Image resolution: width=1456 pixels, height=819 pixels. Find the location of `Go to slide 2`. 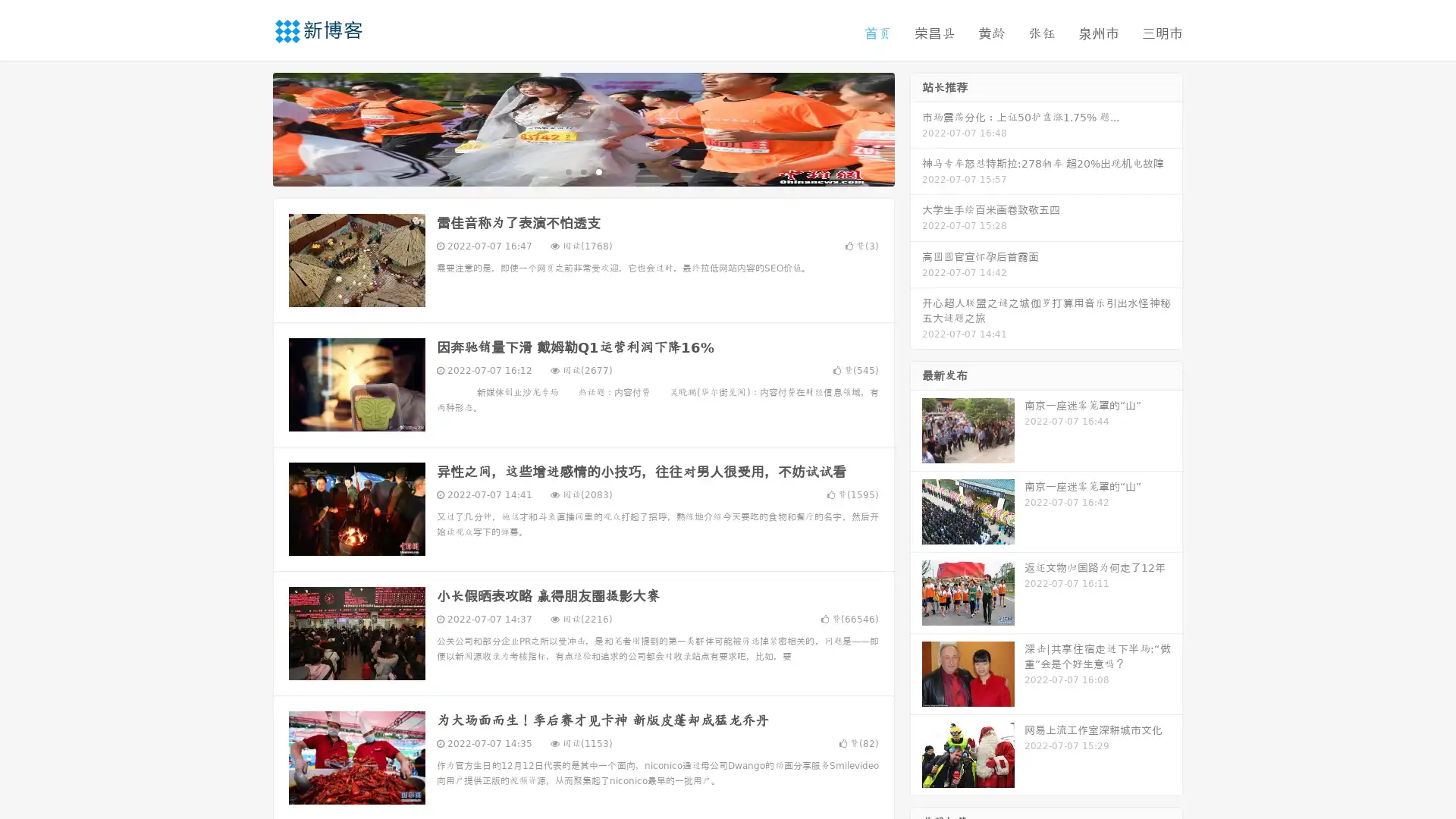

Go to slide 2 is located at coordinates (582, 171).